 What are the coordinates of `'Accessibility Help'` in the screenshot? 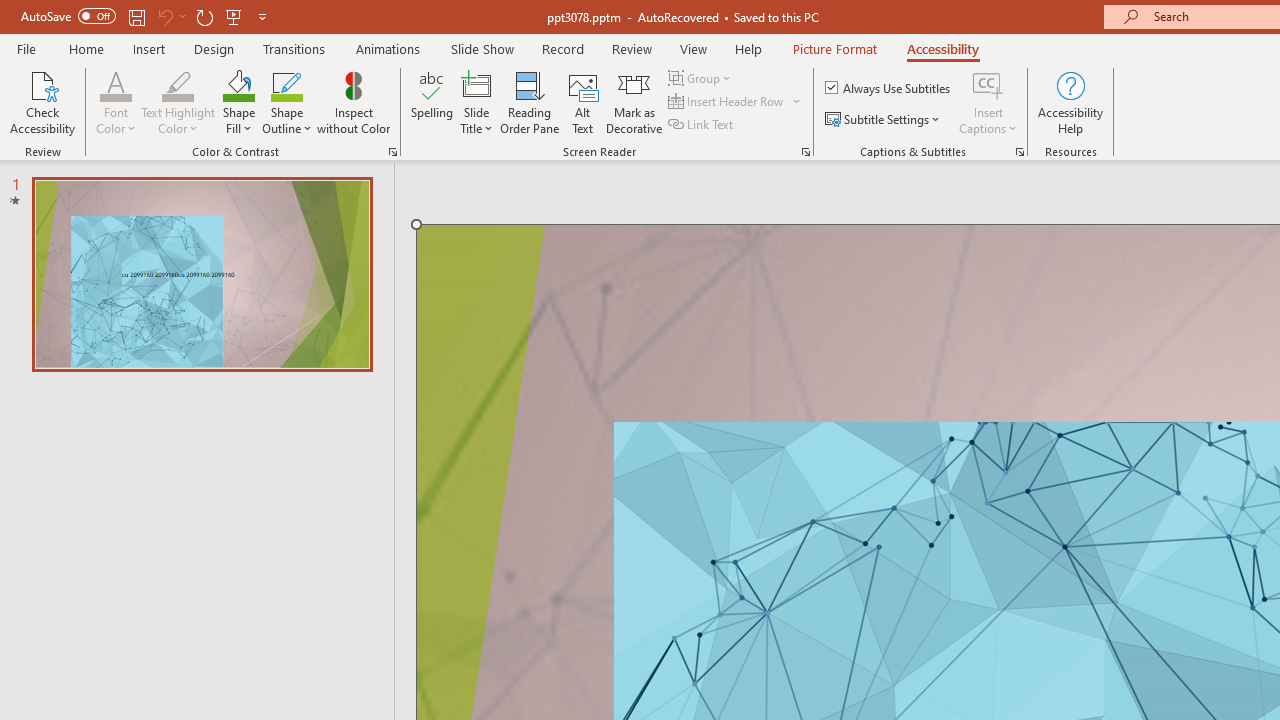 It's located at (1069, 103).